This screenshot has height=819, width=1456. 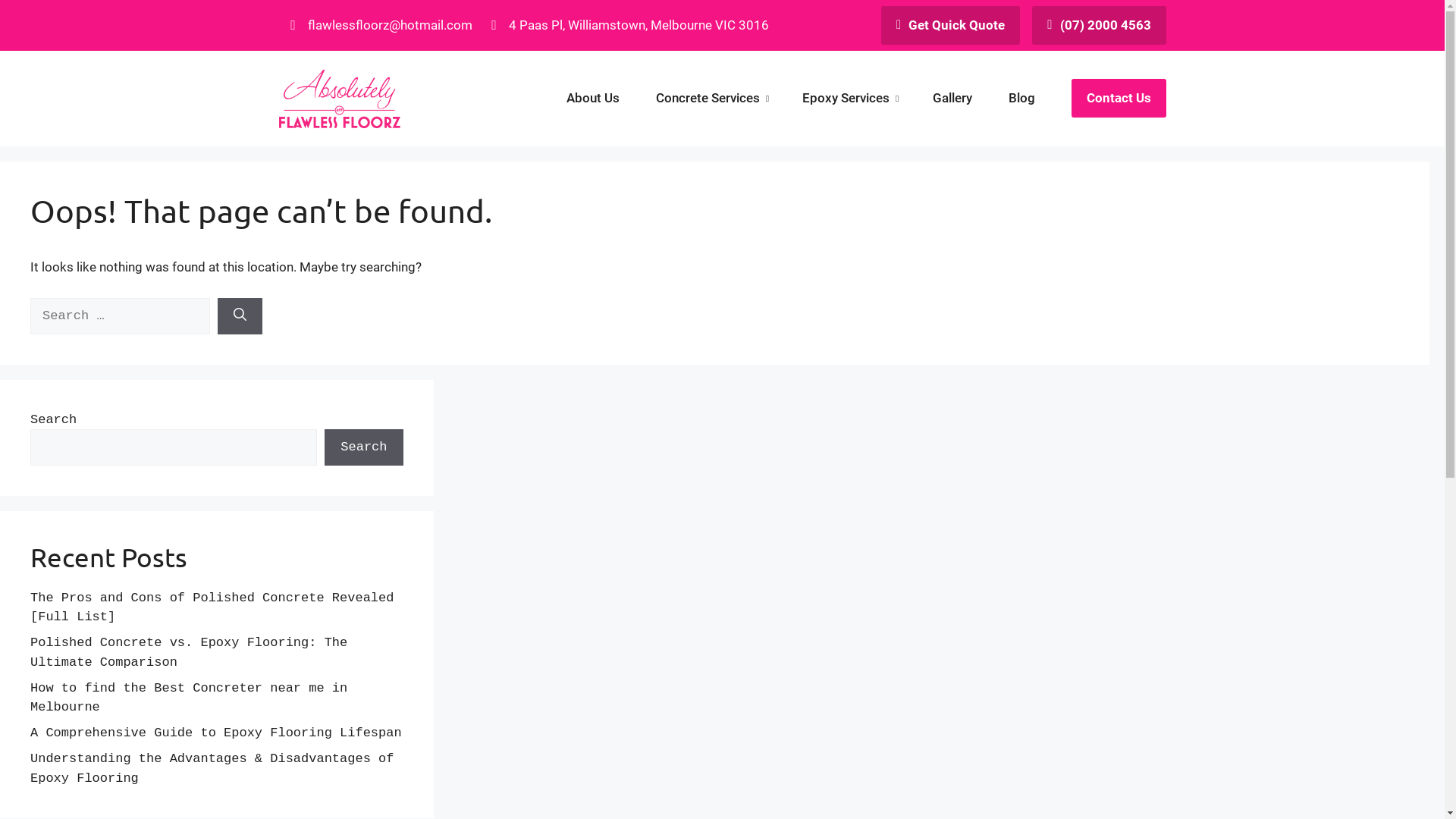 I want to click on 'flawlessfloorz@hotmail.com', so click(x=379, y=25).